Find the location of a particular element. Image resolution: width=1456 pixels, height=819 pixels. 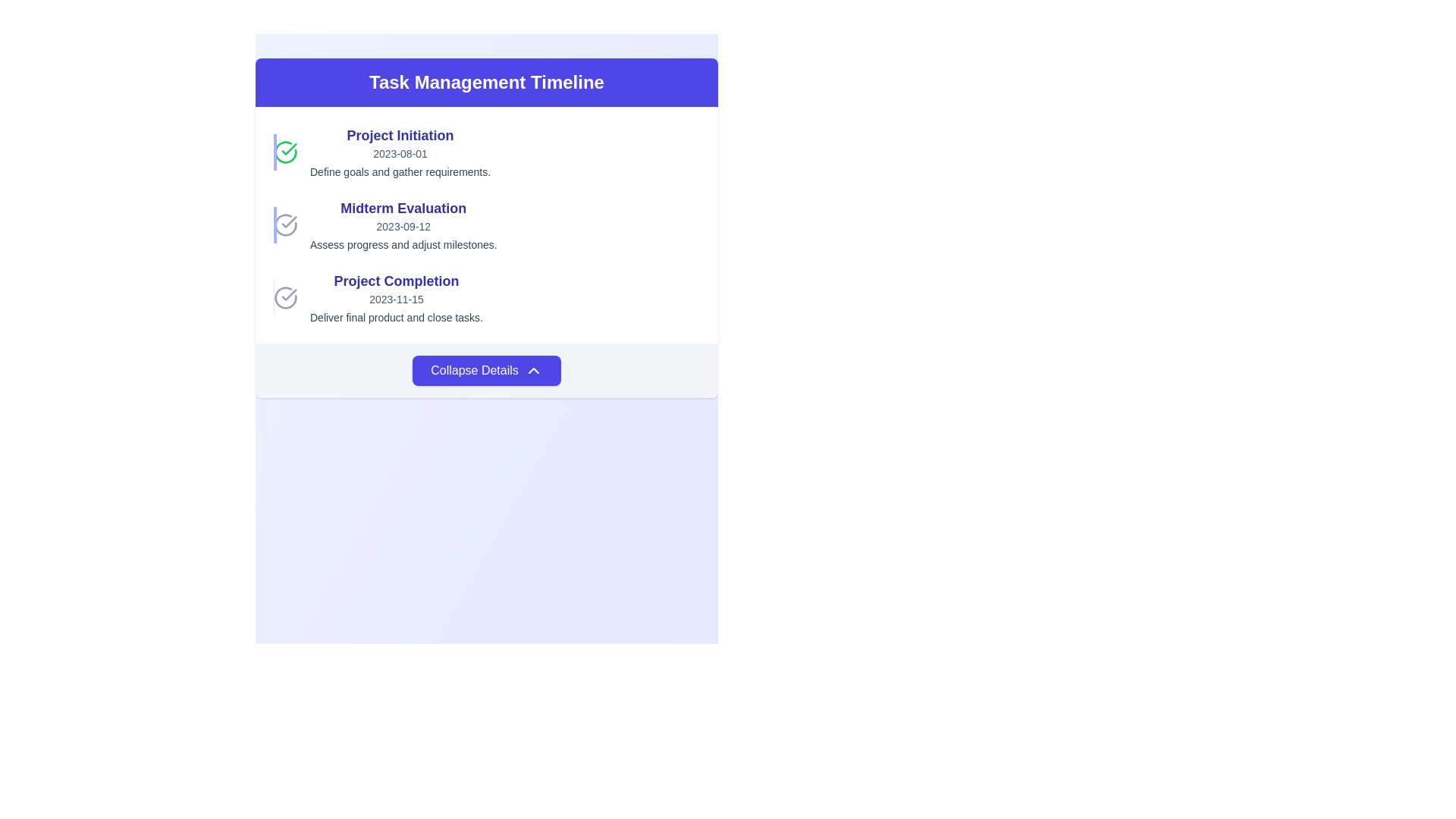

the informational text block titled 'Midterm Evaluation' which includes the date '2023-09-12' and description 'Assess progress and adjust milestones' is located at coordinates (403, 225).